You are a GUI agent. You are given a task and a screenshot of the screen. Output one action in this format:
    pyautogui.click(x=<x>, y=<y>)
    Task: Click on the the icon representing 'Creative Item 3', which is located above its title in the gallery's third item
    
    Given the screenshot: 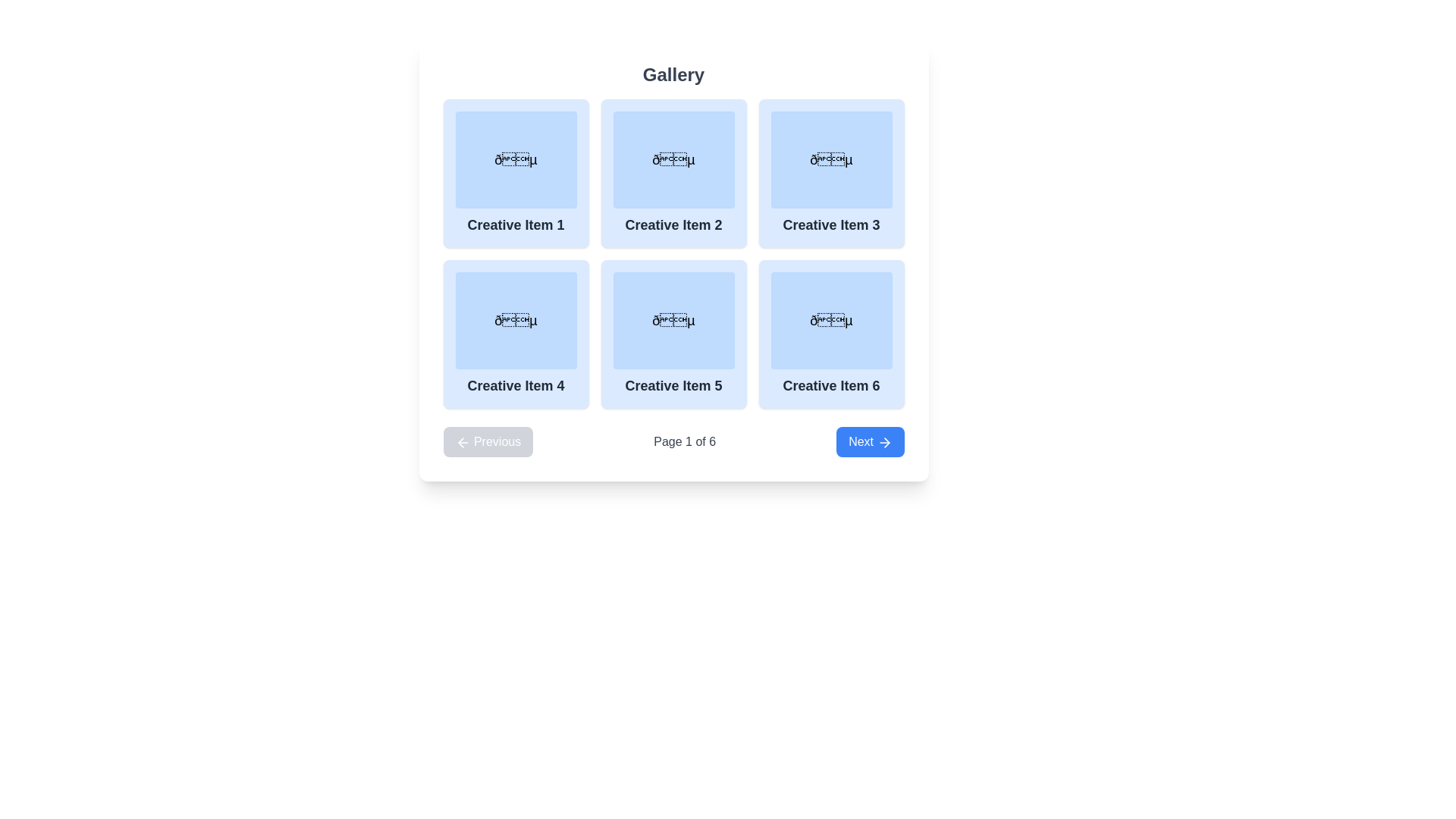 What is the action you would take?
    pyautogui.click(x=830, y=160)
    